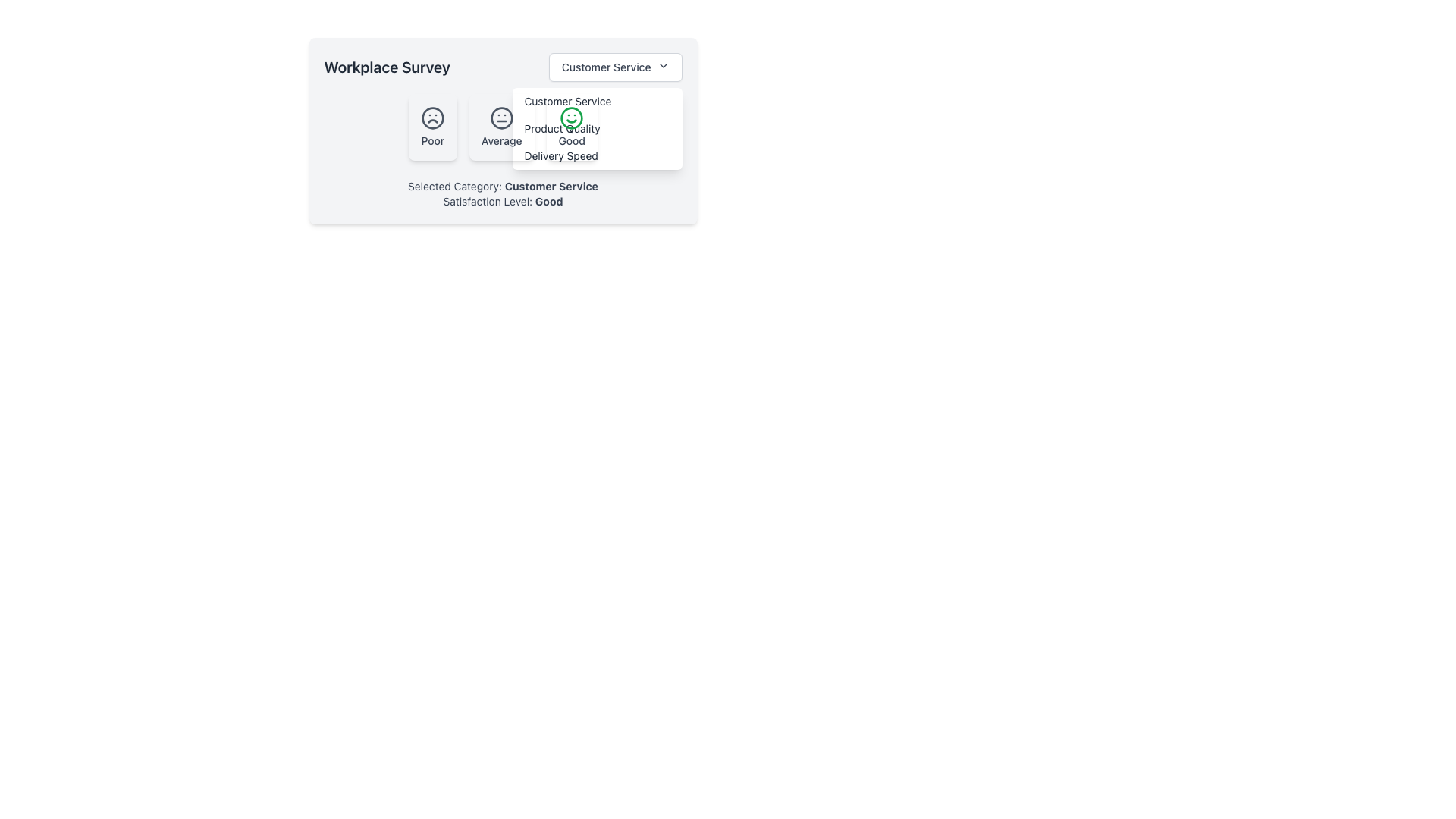 Image resolution: width=1456 pixels, height=819 pixels. I want to click on the text label indicating 'Poor' feedback, which is located below the first feedback option in a selectable card layout, so click(431, 140).